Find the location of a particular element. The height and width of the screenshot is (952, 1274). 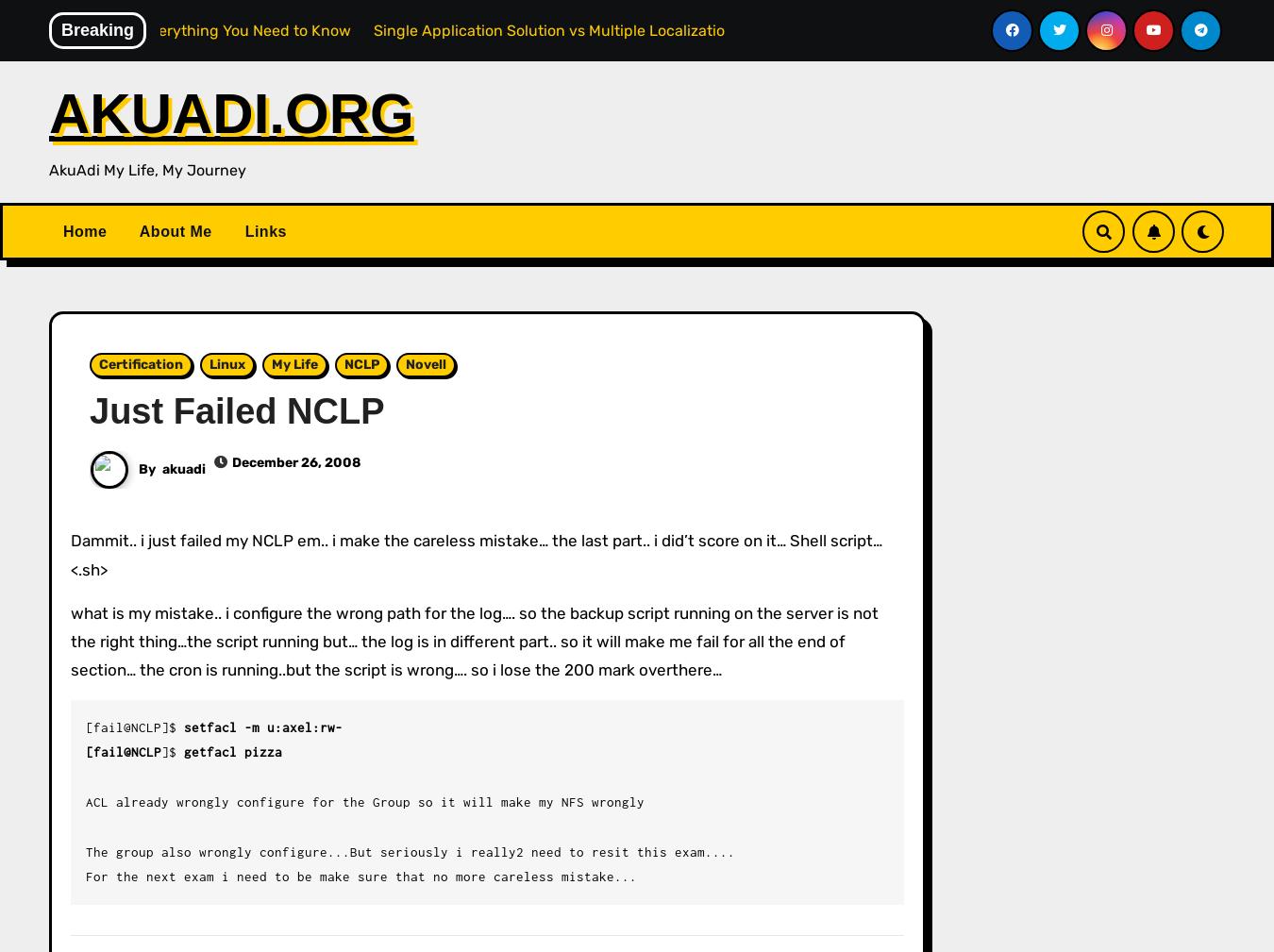

'Comment' is located at coordinates (110, 847).